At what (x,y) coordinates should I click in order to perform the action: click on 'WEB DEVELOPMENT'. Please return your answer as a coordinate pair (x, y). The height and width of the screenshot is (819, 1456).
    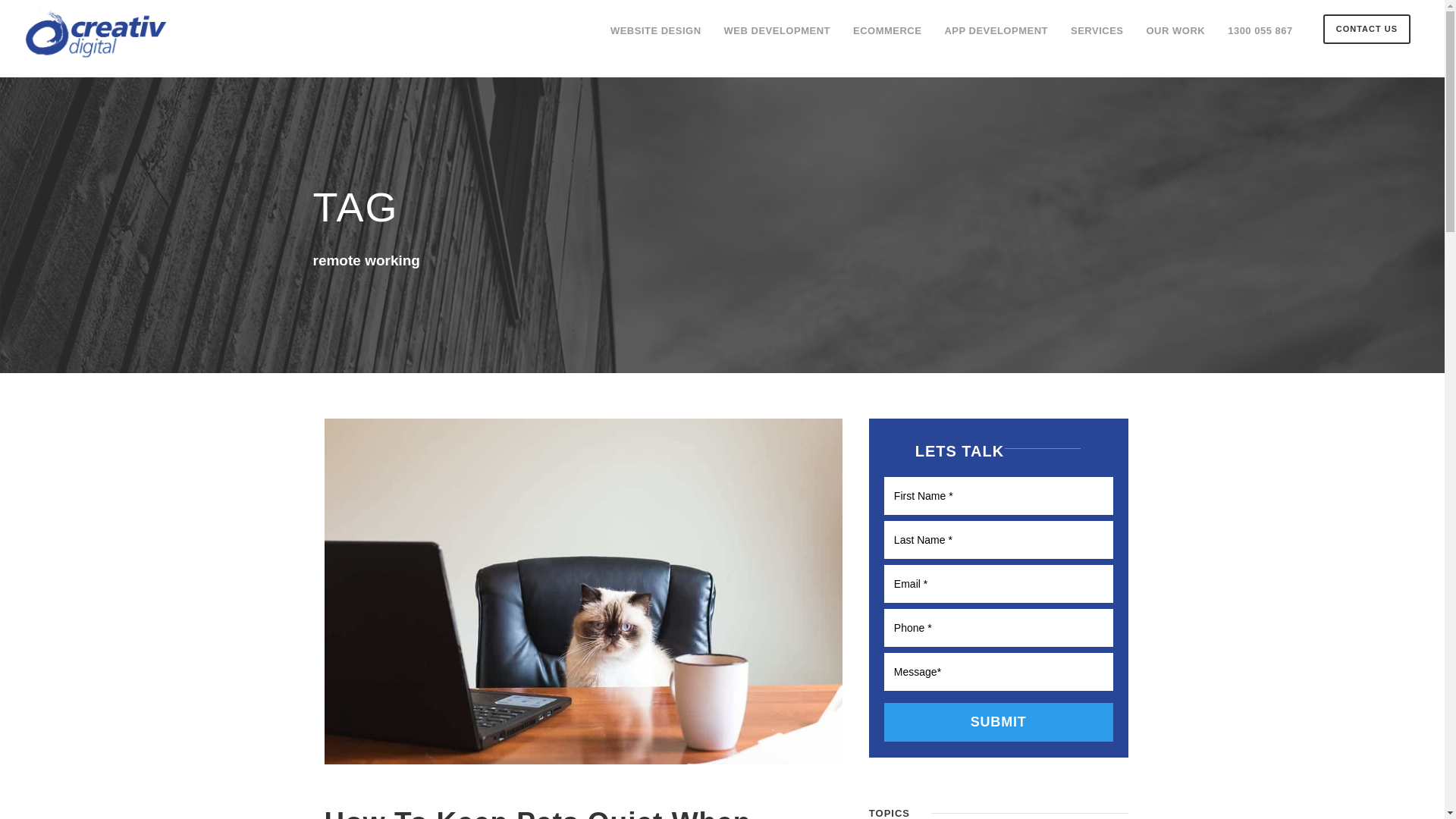
    Looking at the image, I should click on (777, 36).